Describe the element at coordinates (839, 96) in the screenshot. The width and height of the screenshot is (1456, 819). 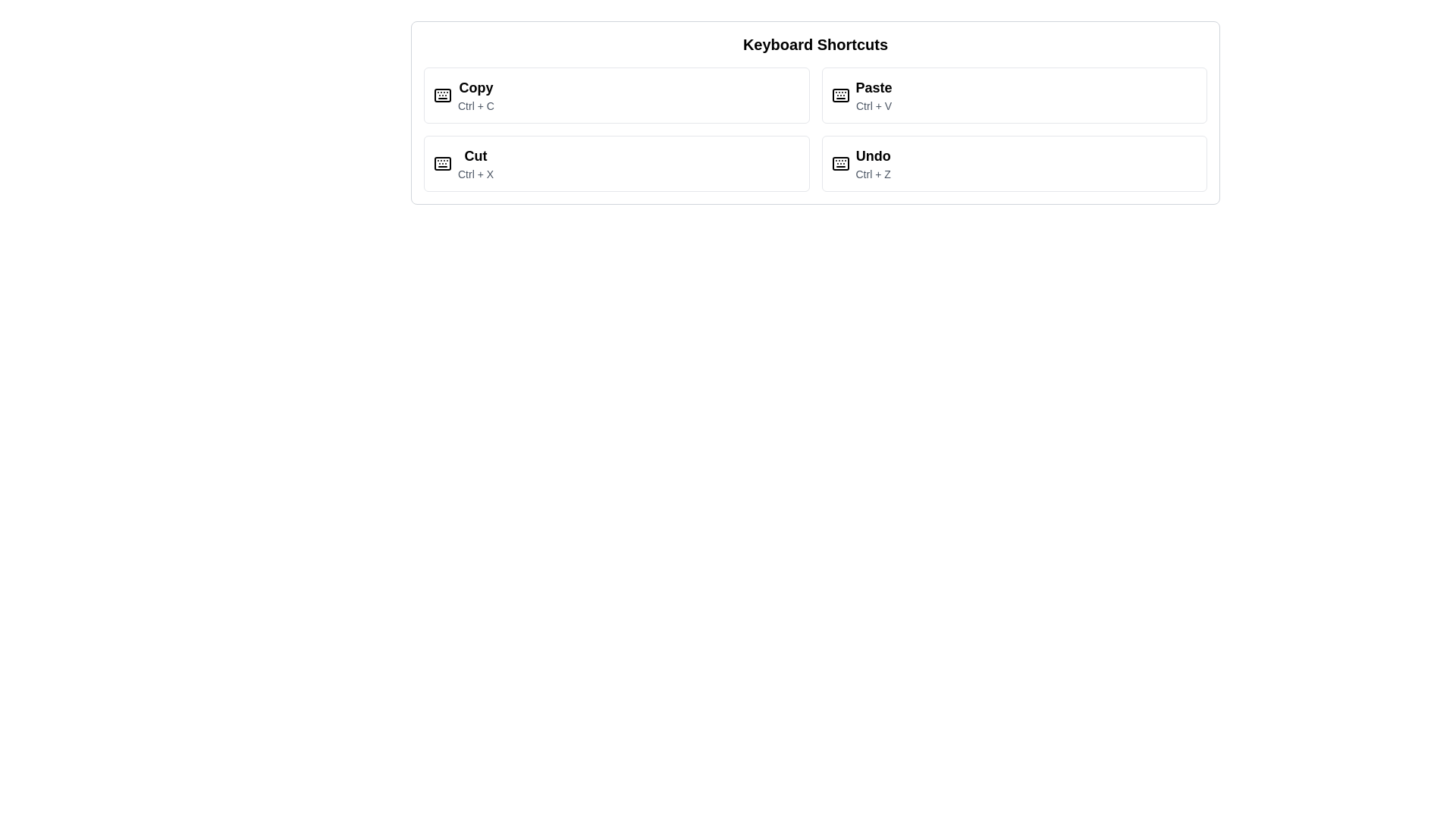
I see `the largest rectangular SVG shape that visually structures the keyboard layout icon, situated near the center of the icon layout` at that location.